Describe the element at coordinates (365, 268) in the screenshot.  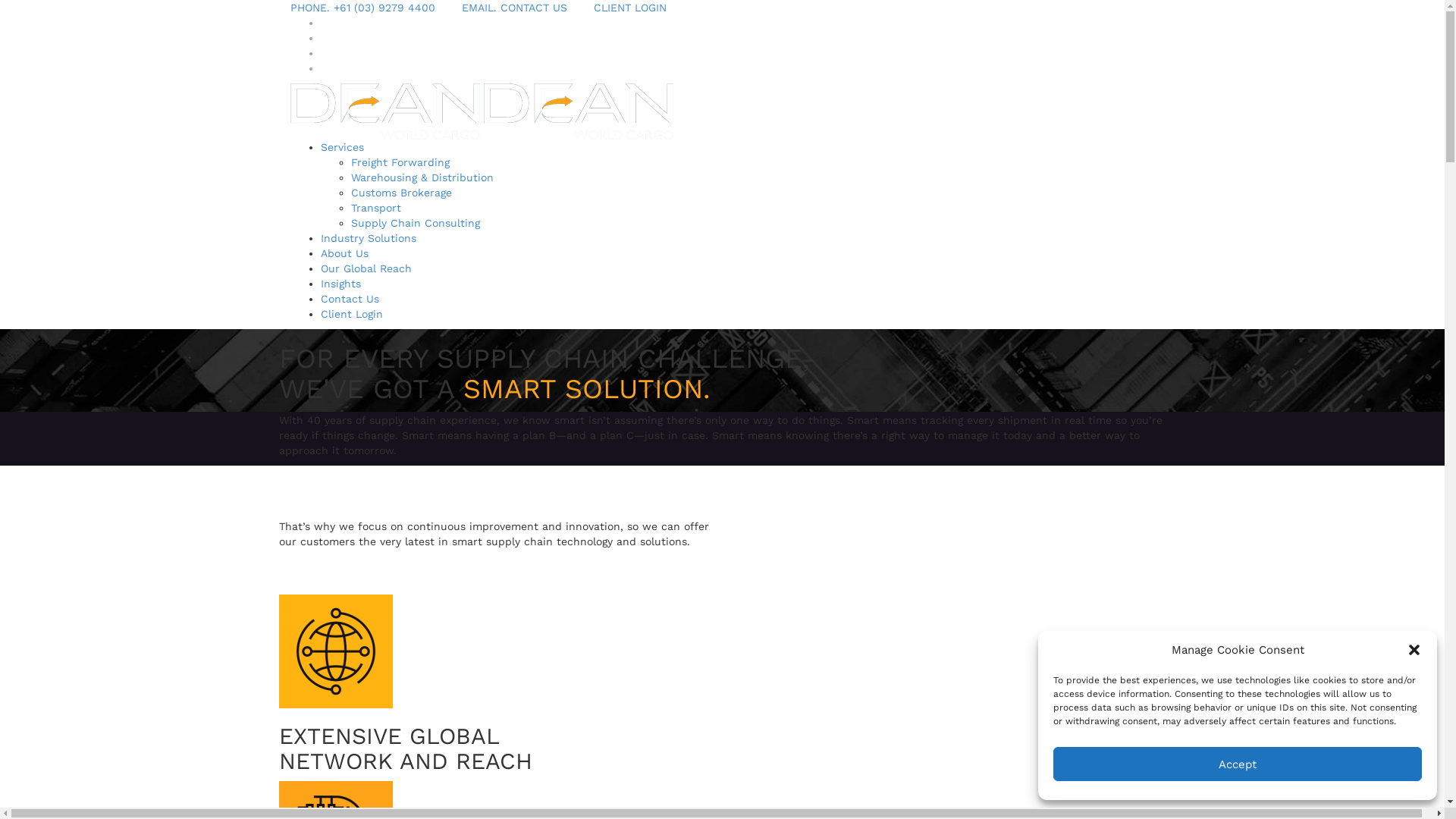
I see `'Our Global Reach'` at that location.